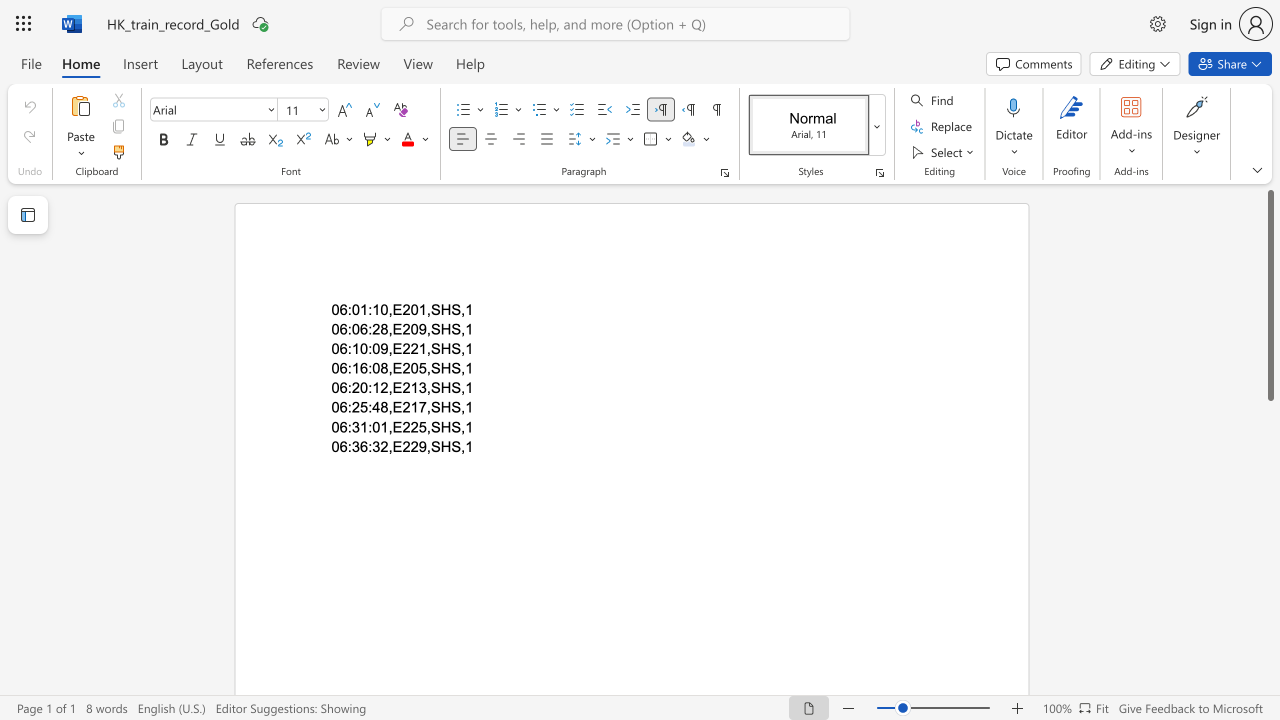  What do you see at coordinates (1269, 470) in the screenshot?
I see `the scrollbar on the right to move the page downward` at bounding box center [1269, 470].